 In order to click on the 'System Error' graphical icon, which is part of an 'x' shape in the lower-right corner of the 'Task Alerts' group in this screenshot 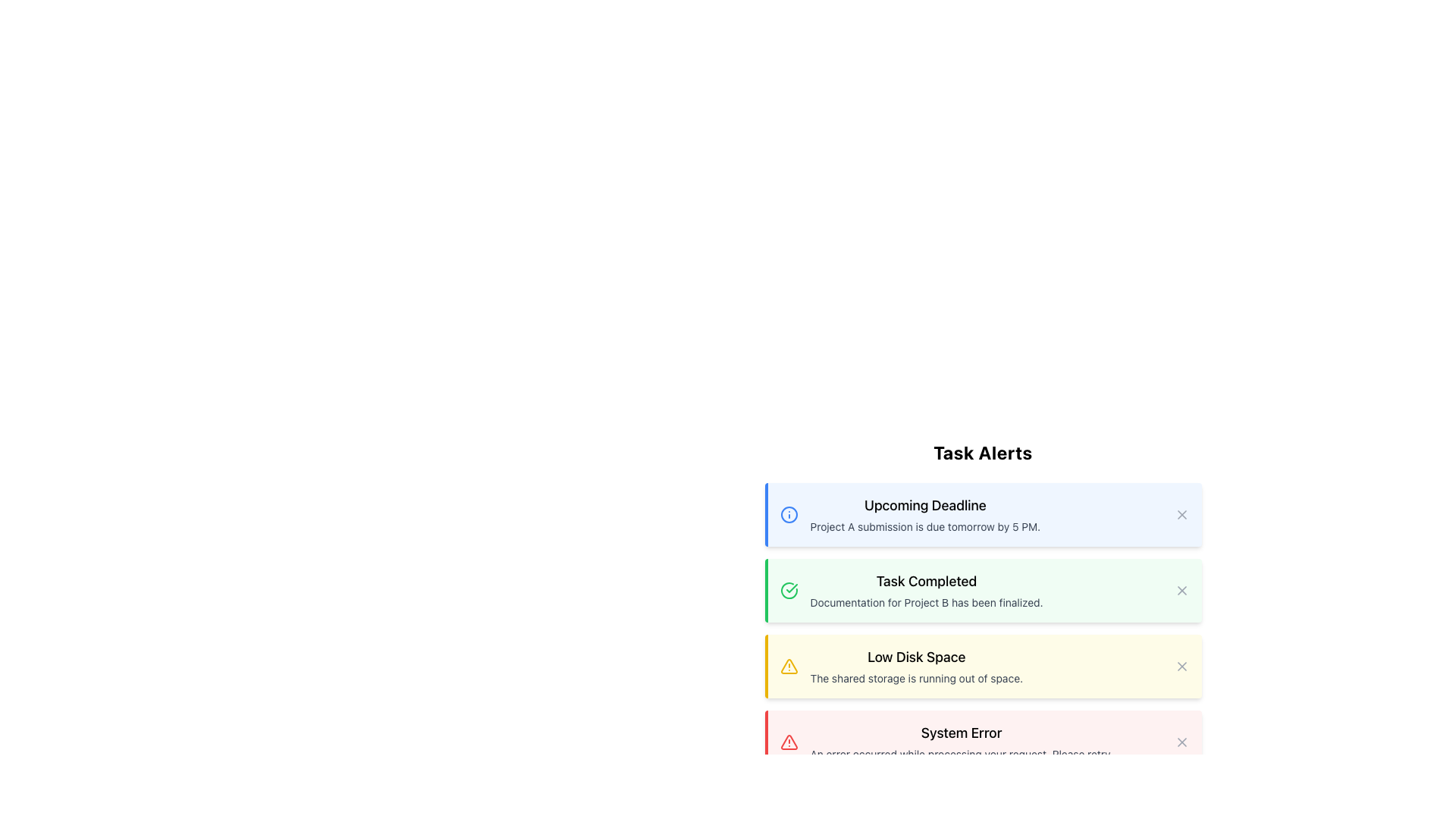, I will do `click(1181, 742)`.